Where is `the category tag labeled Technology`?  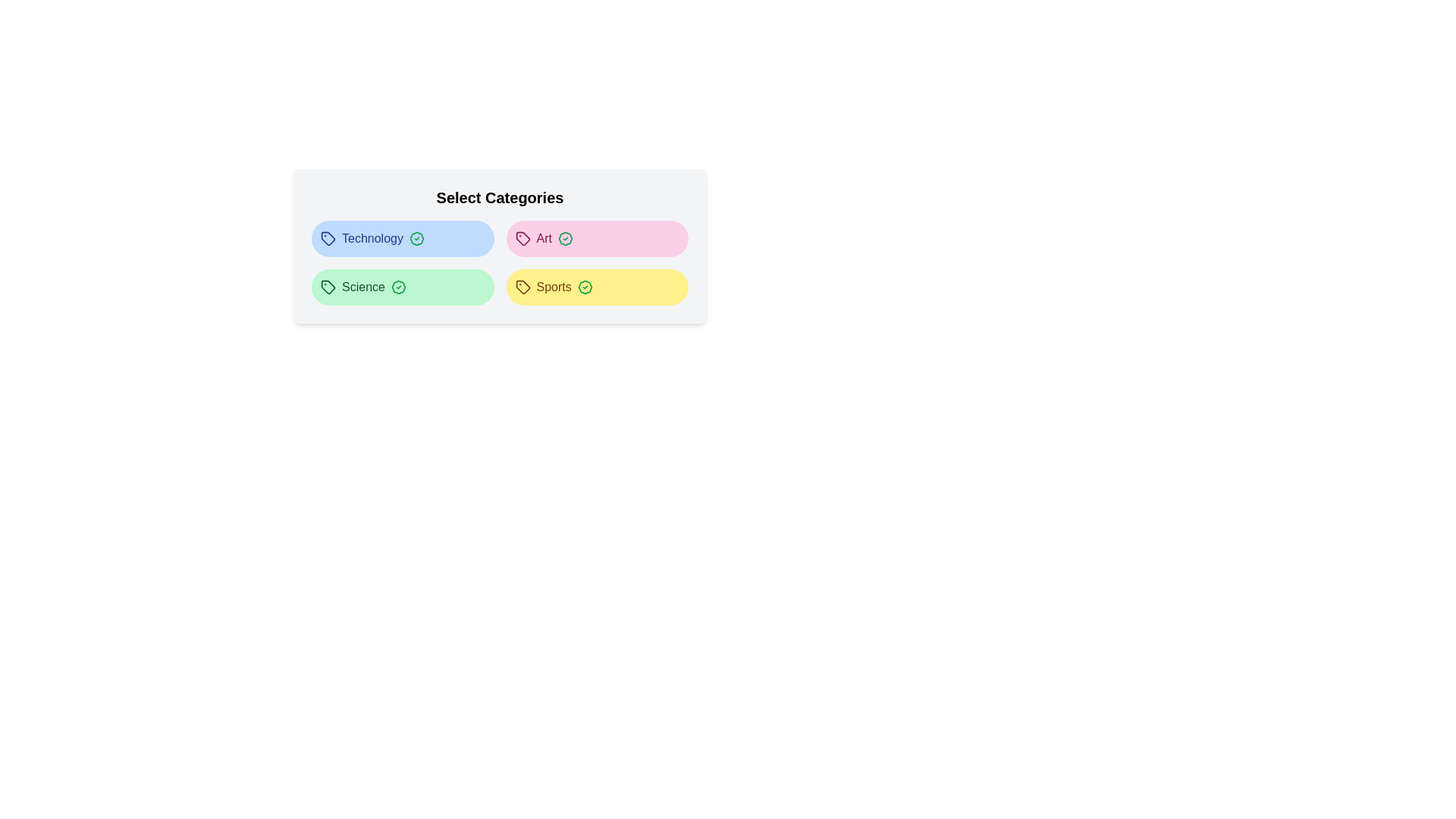 the category tag labeled Technology is located at coordinates (403, 239).